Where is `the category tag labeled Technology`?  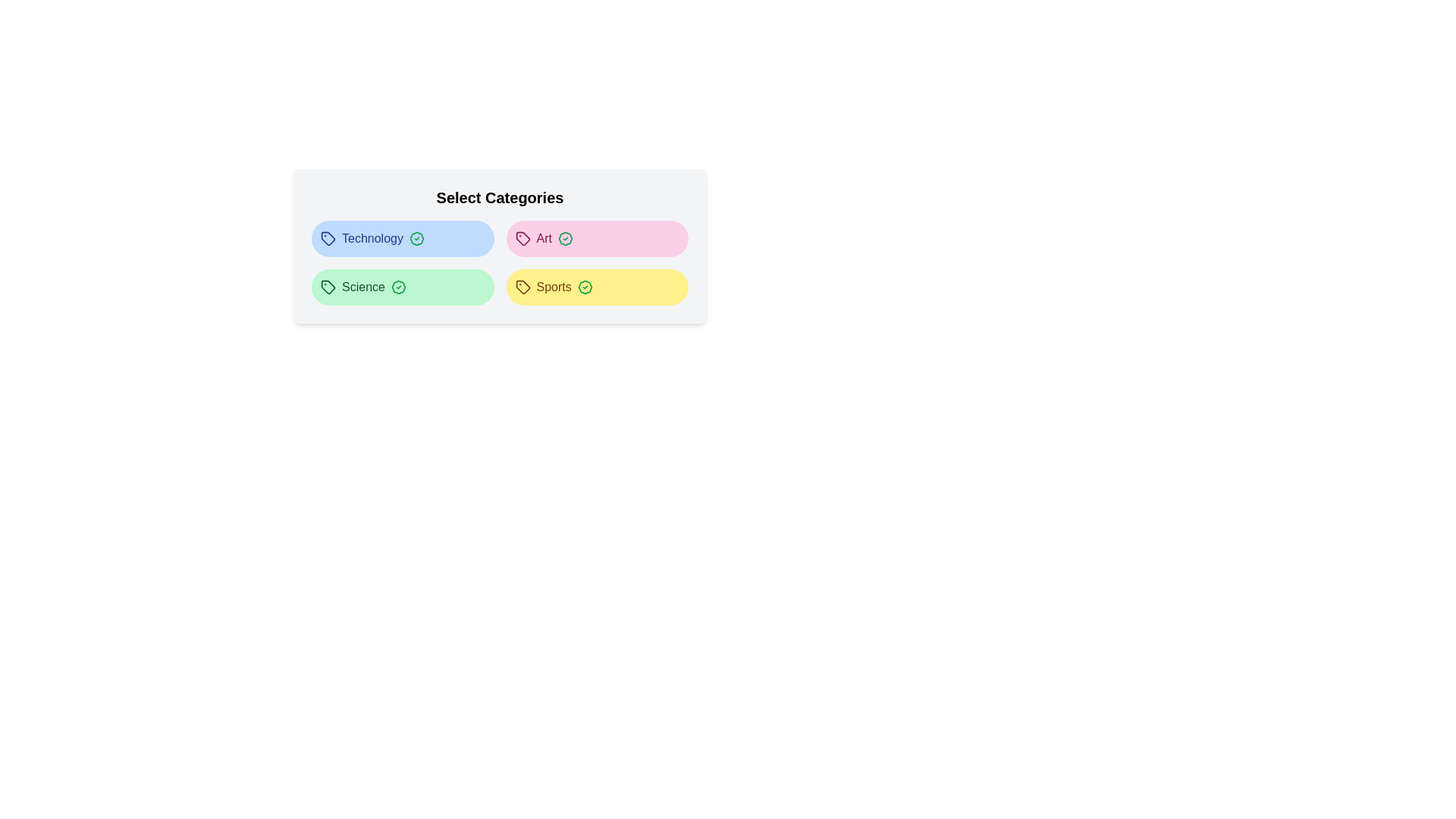 the category tag labeled Technology is located at coordinates (403, 239).